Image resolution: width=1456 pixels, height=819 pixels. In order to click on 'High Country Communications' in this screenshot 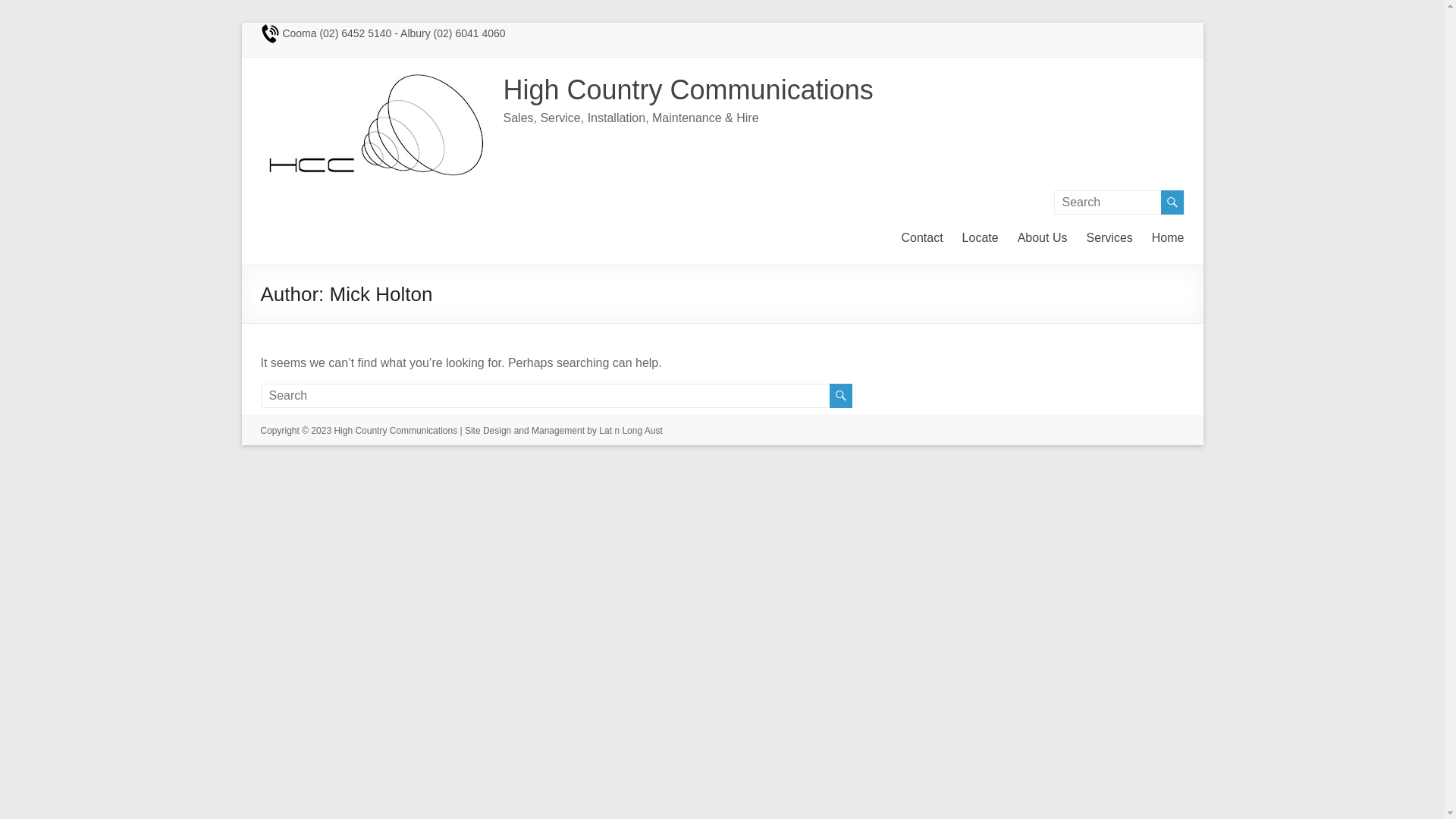, I will do `click(687, 89)`.